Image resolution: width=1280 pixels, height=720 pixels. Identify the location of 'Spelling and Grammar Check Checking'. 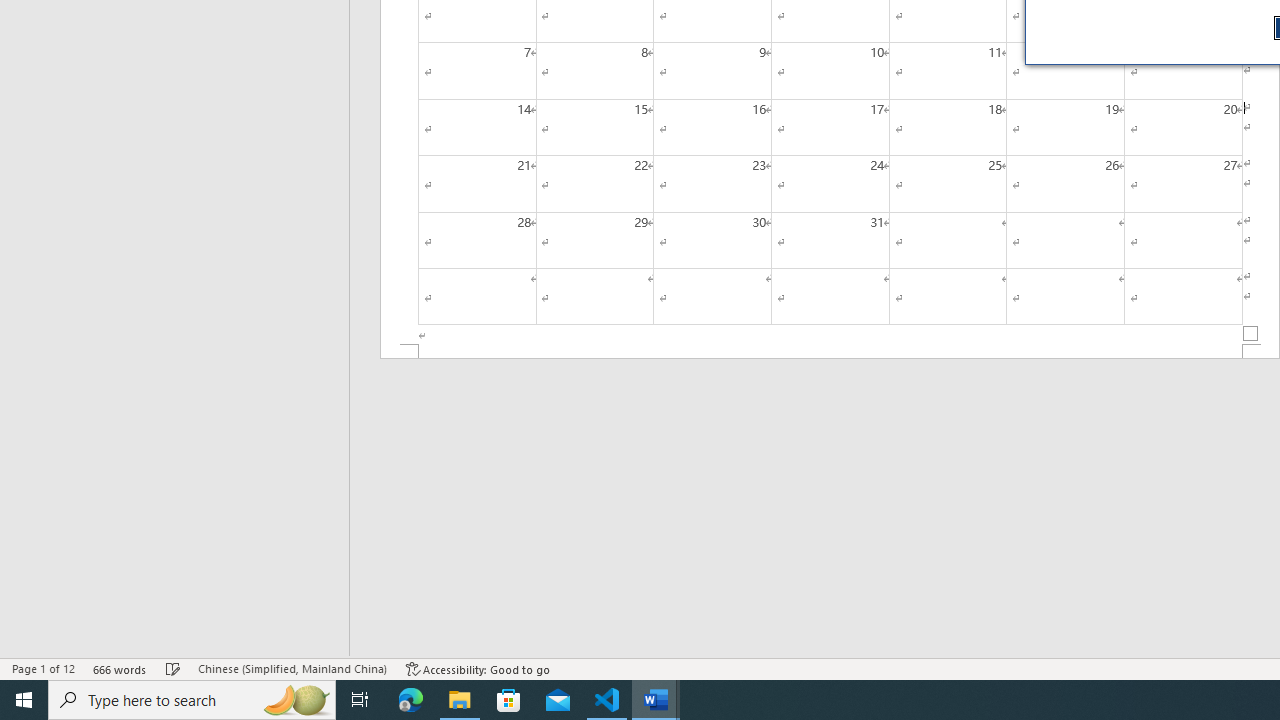
(173, 669).